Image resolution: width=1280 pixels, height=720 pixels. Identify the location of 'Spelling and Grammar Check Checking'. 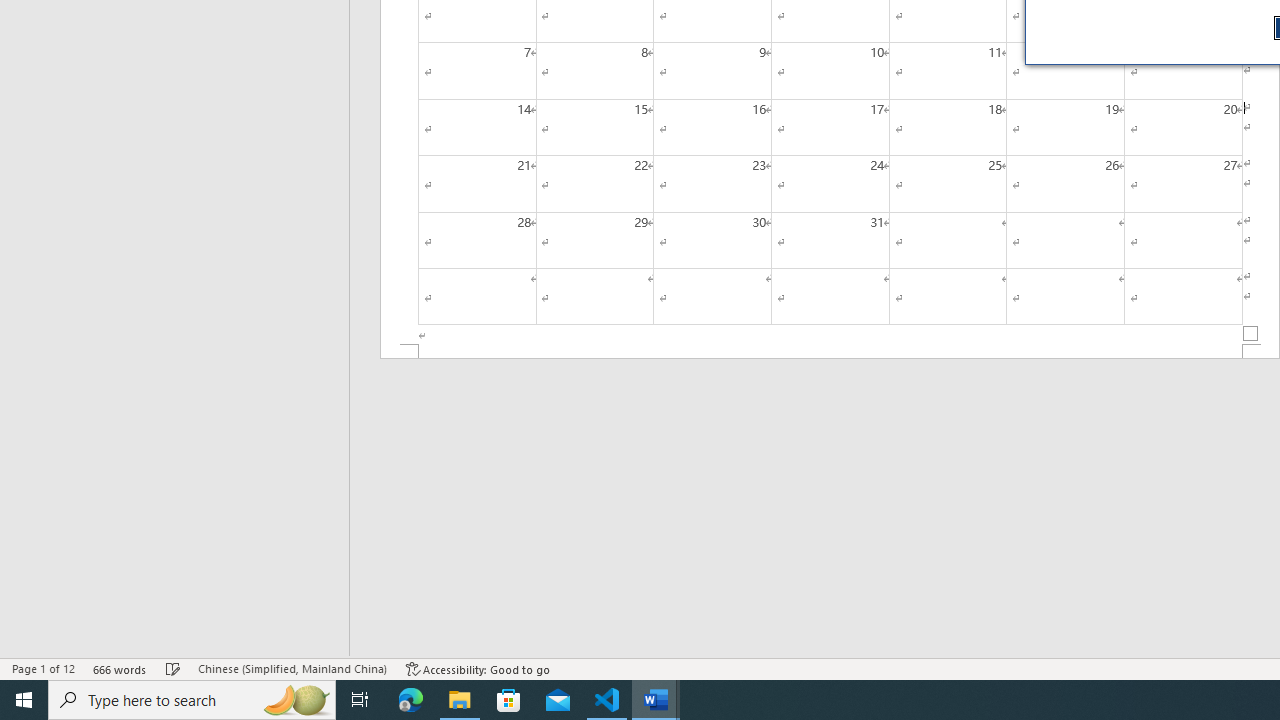
(173, 669).